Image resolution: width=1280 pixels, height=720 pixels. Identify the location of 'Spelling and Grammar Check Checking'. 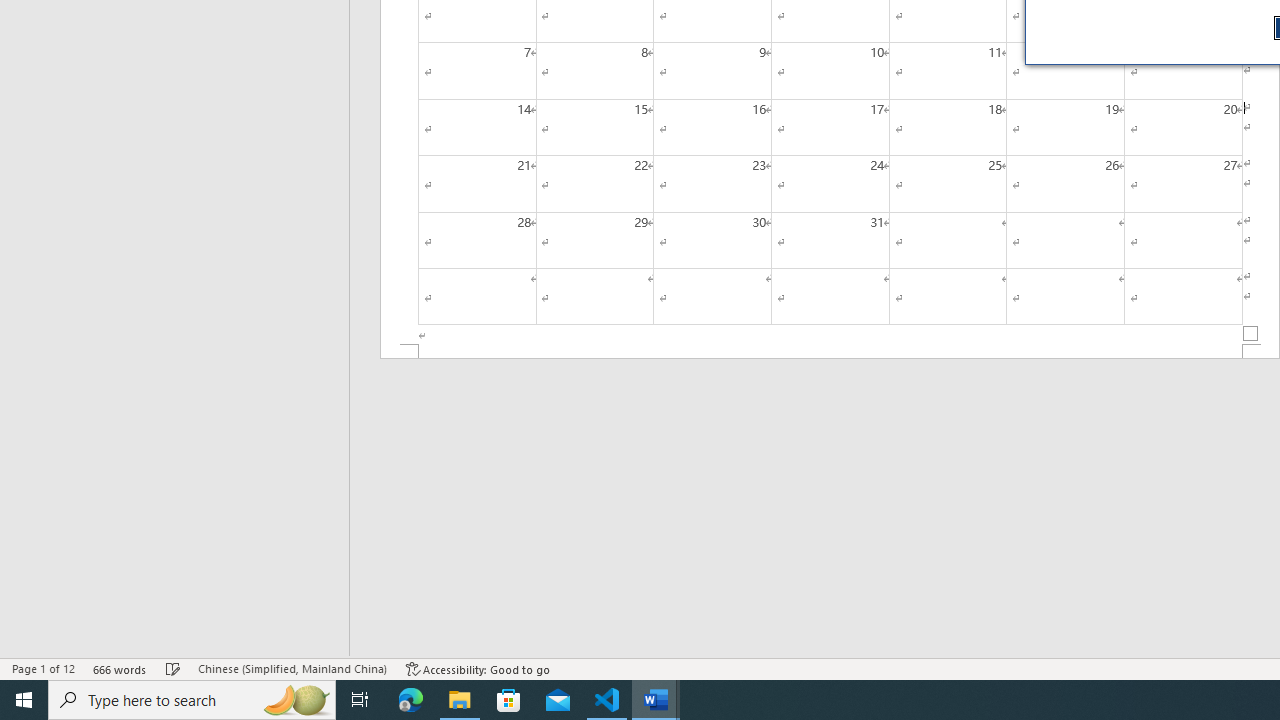
(173, 669).